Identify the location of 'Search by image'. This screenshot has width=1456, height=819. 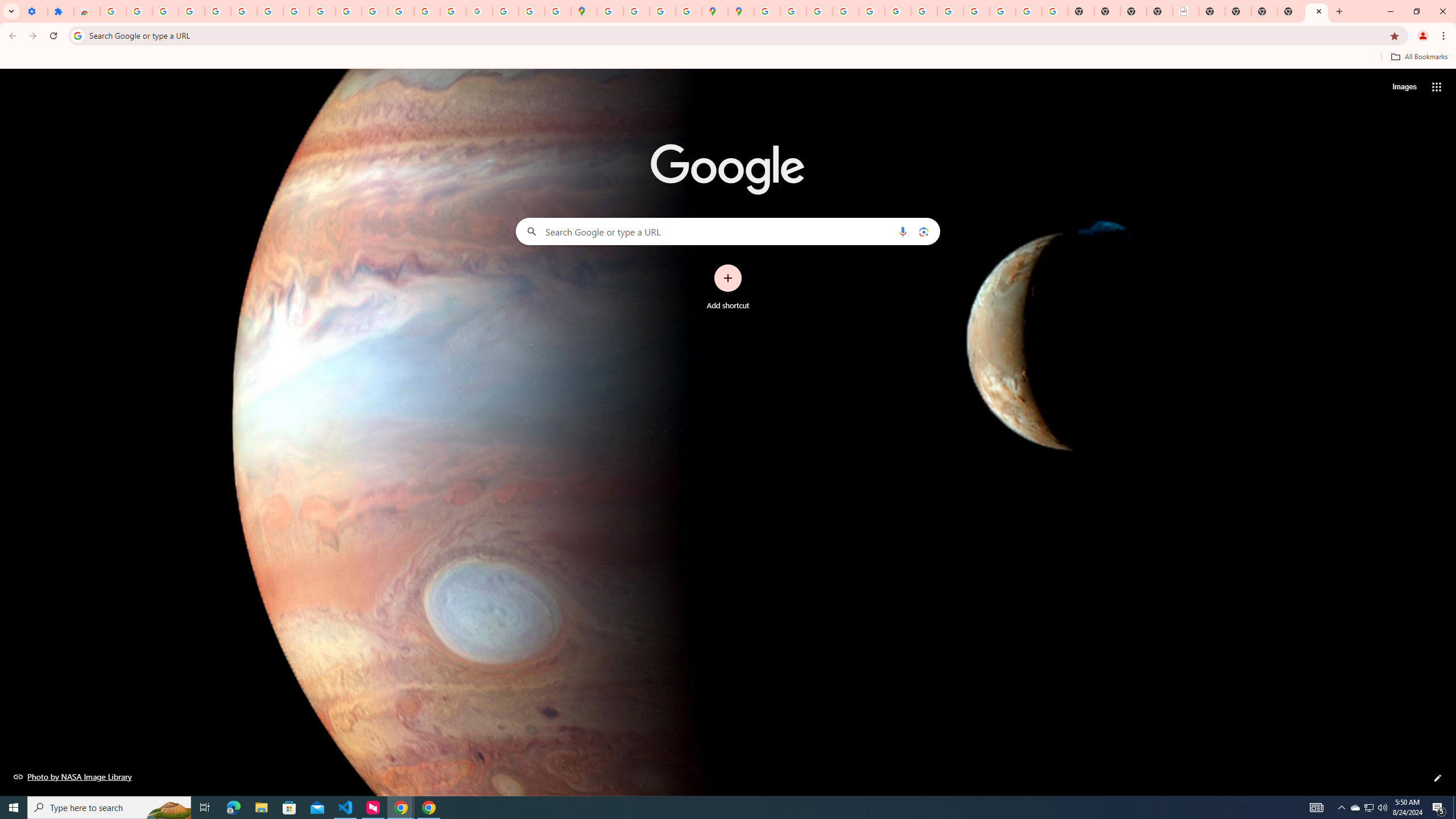
(923, 230).